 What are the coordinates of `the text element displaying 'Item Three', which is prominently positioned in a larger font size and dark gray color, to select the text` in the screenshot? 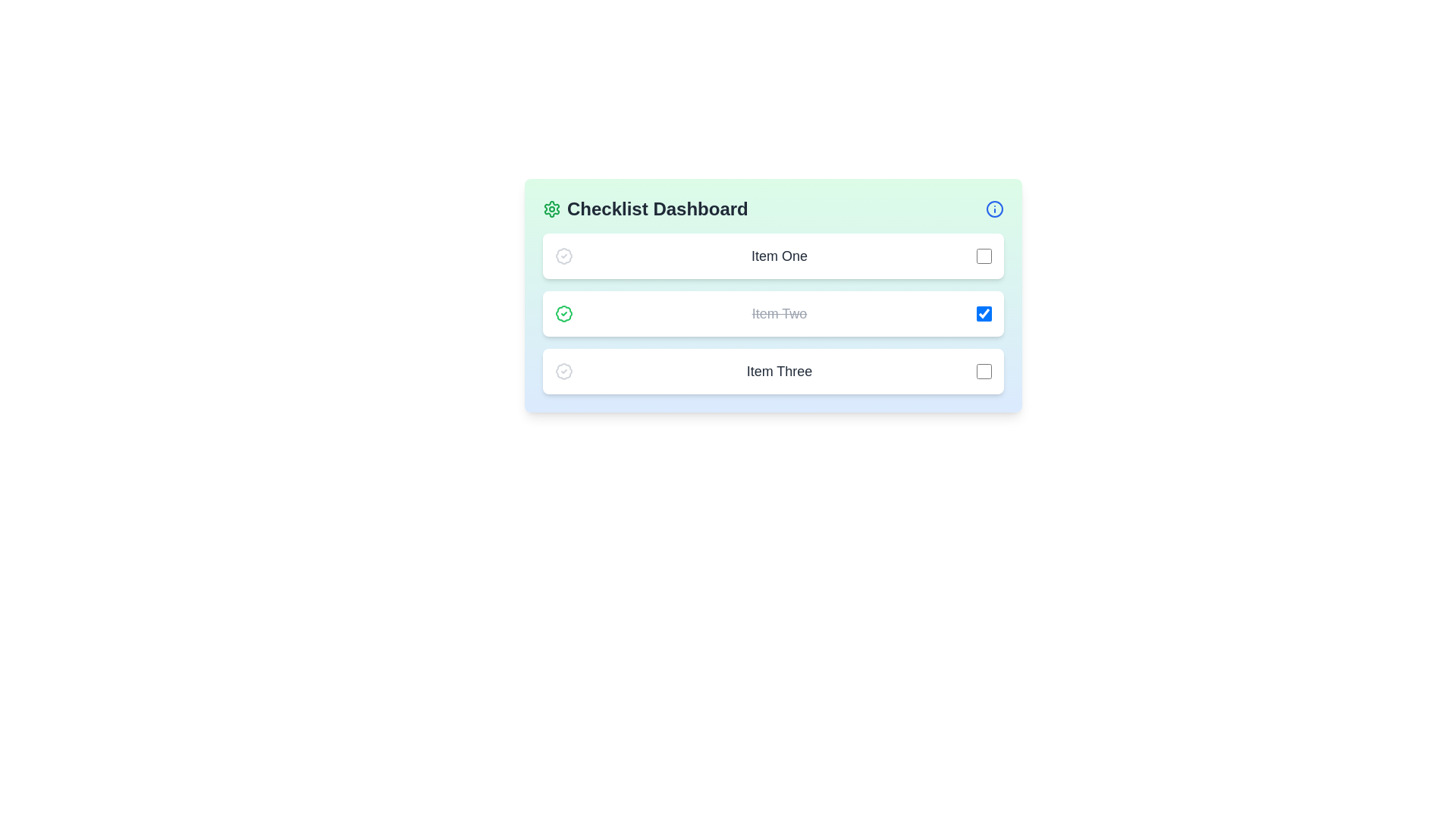 It's located at (779, 371).